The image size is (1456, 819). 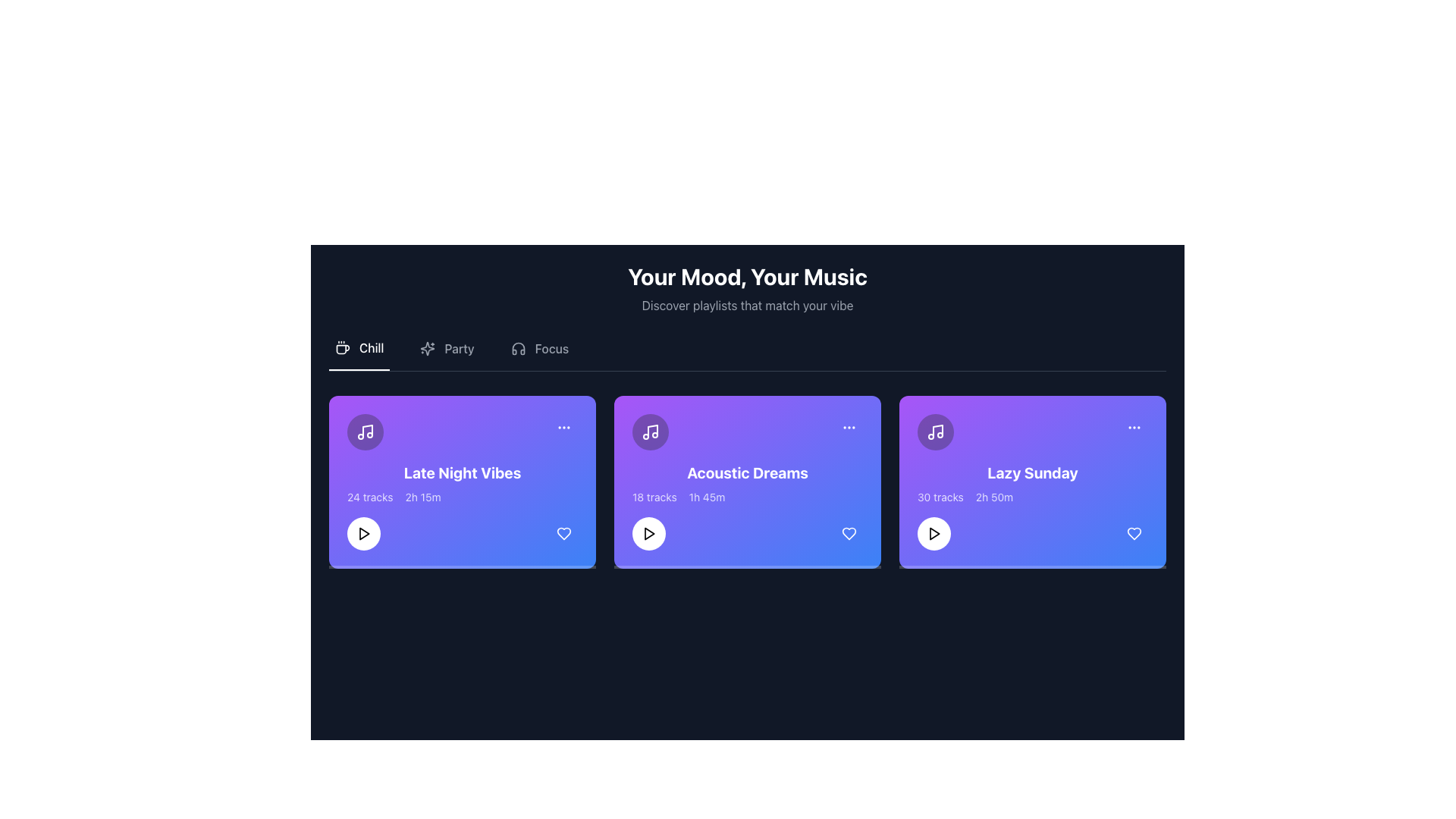 What do you see at coordinates (563, 427) in the screenshot?
I see `the icon button (ellipsis) located at the top-right area of the 'Late Night Vibes' card` at bounding box center [563, 427].